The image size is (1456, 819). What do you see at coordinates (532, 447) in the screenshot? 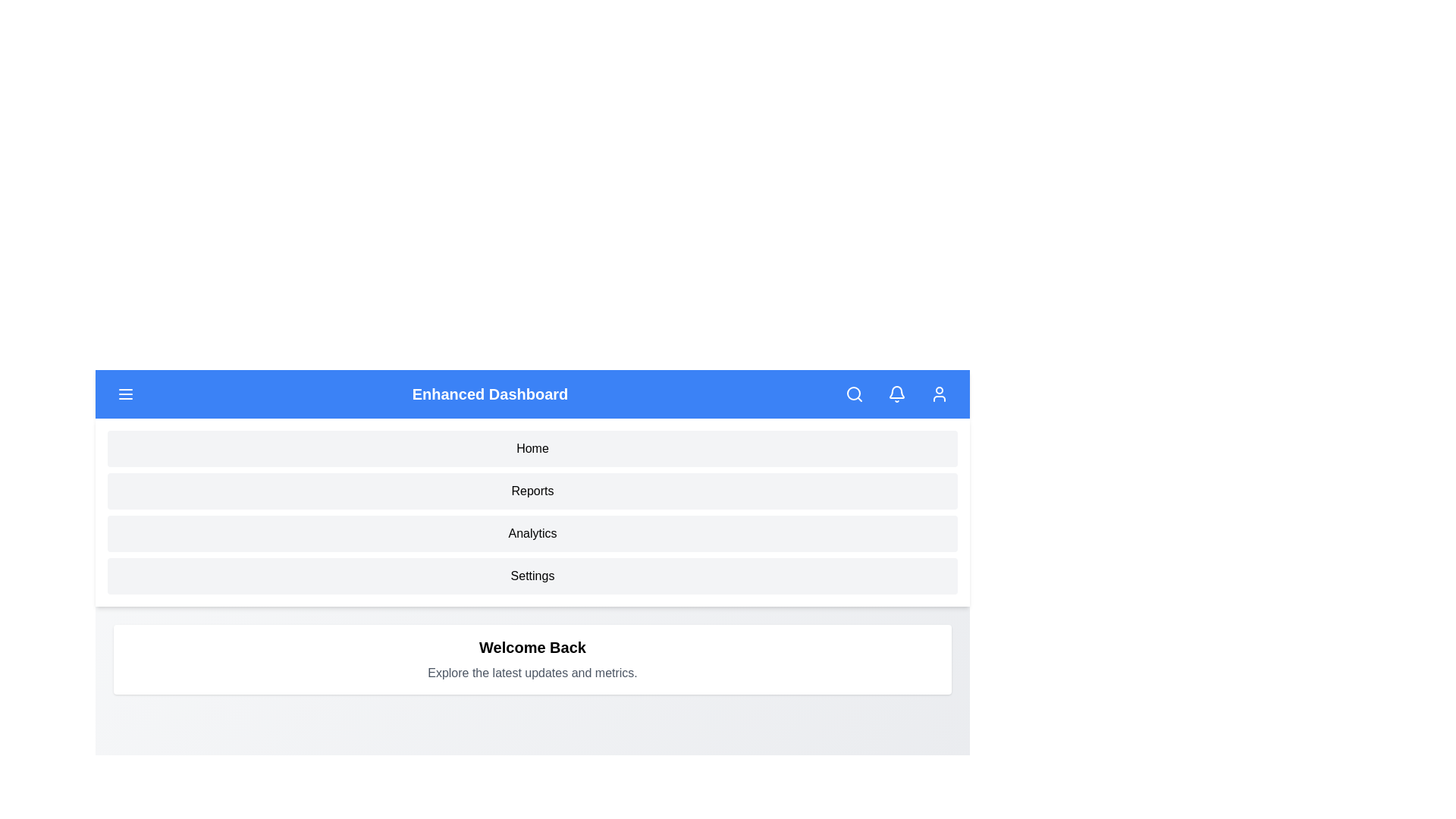
I see `the menu item Home to navigate to its section` at bounding box center [532, 447].